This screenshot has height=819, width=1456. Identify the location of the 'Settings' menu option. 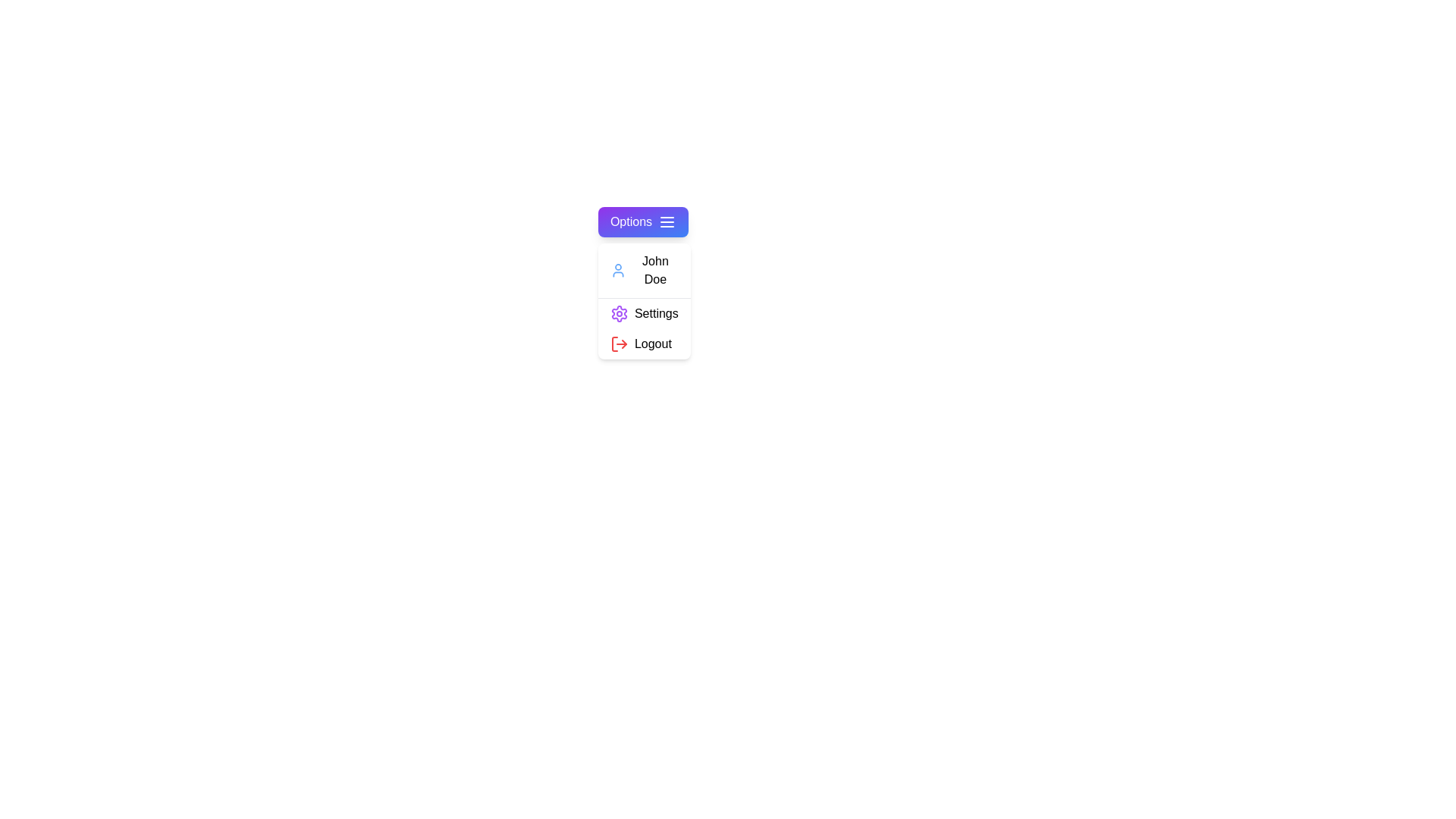
(644, 312).